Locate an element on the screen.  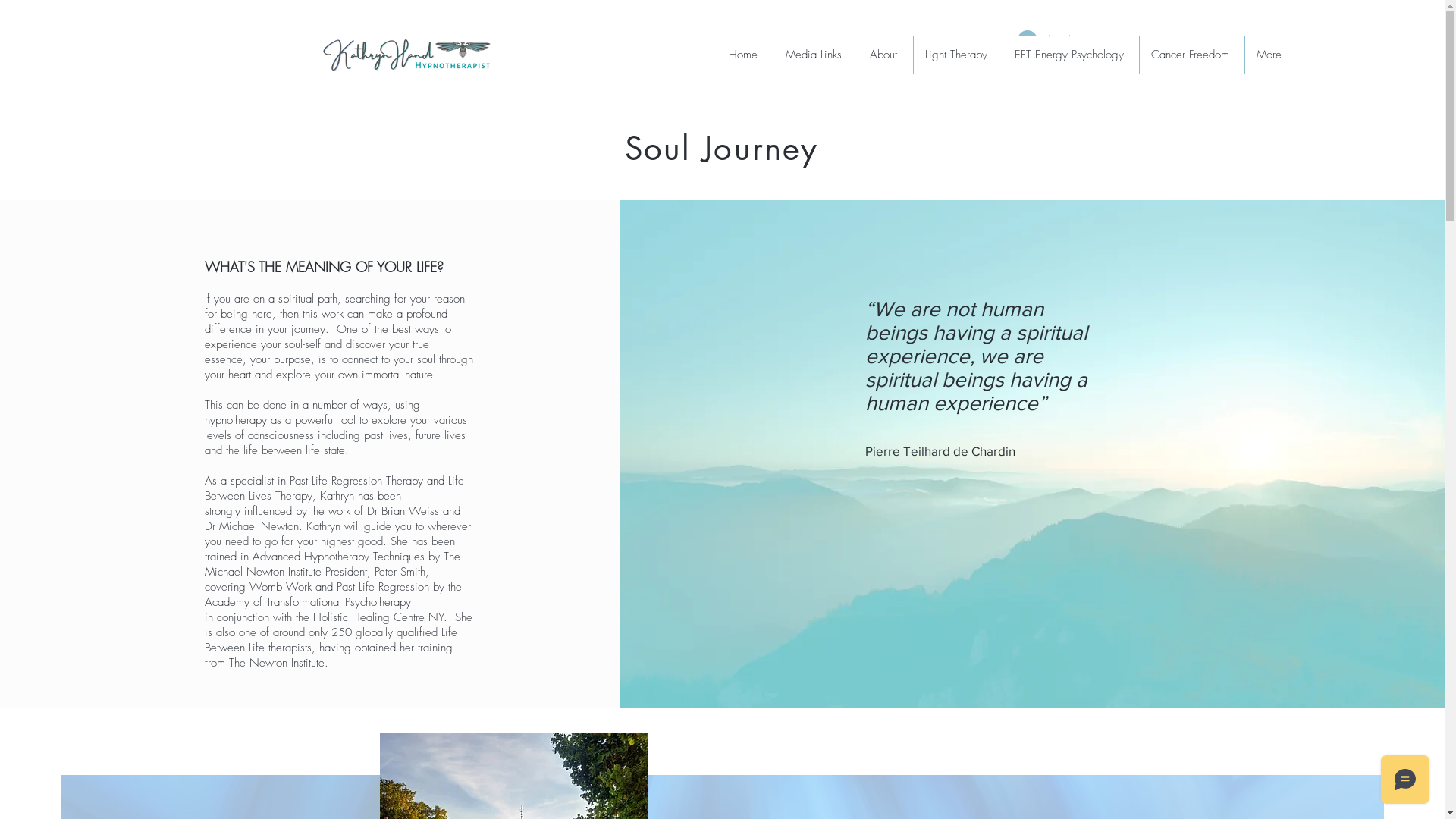
'Media Links' is located at coordinates (814, 54).